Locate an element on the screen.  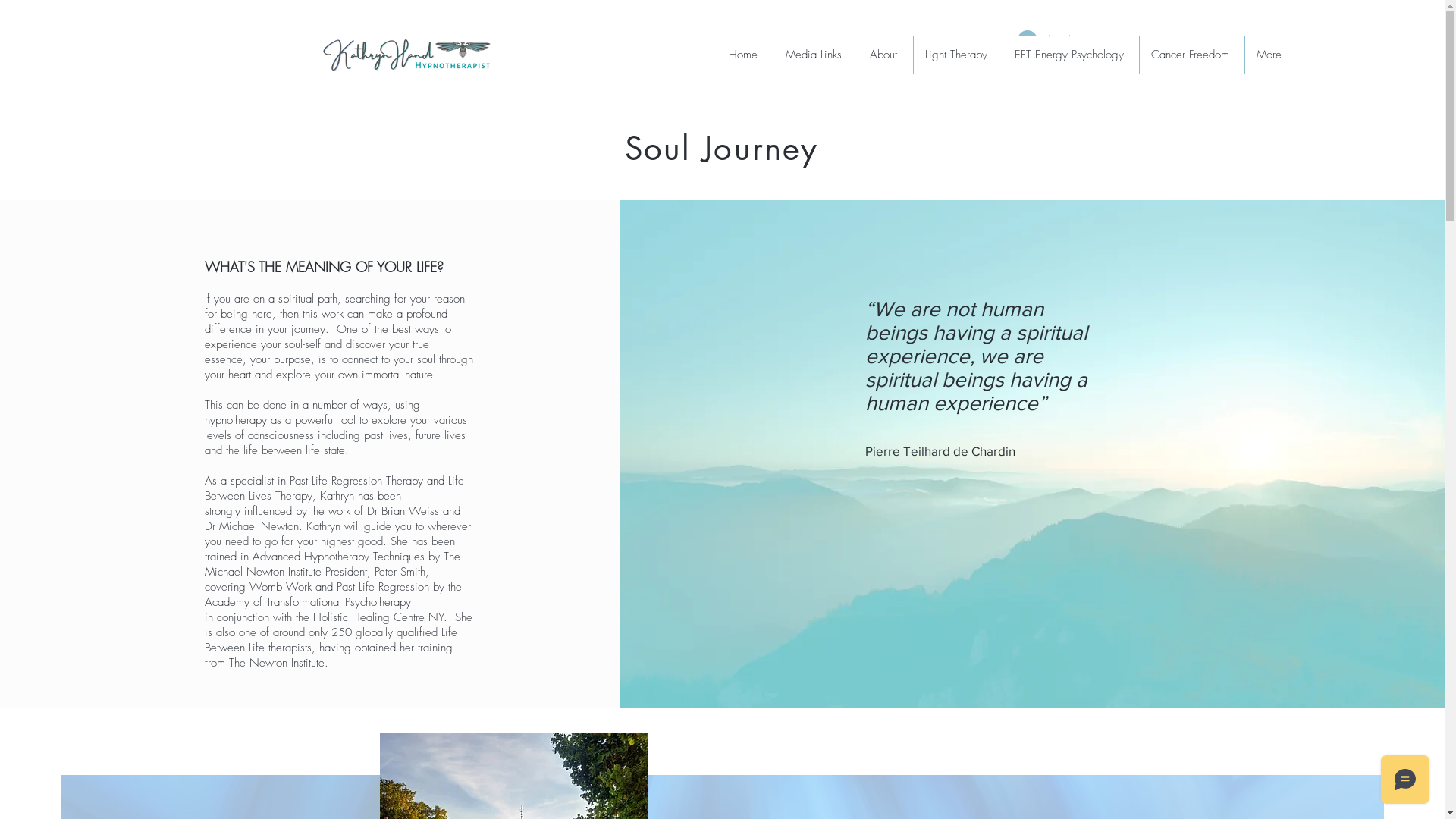
'Media Links' is located at coordinates (814, 54).